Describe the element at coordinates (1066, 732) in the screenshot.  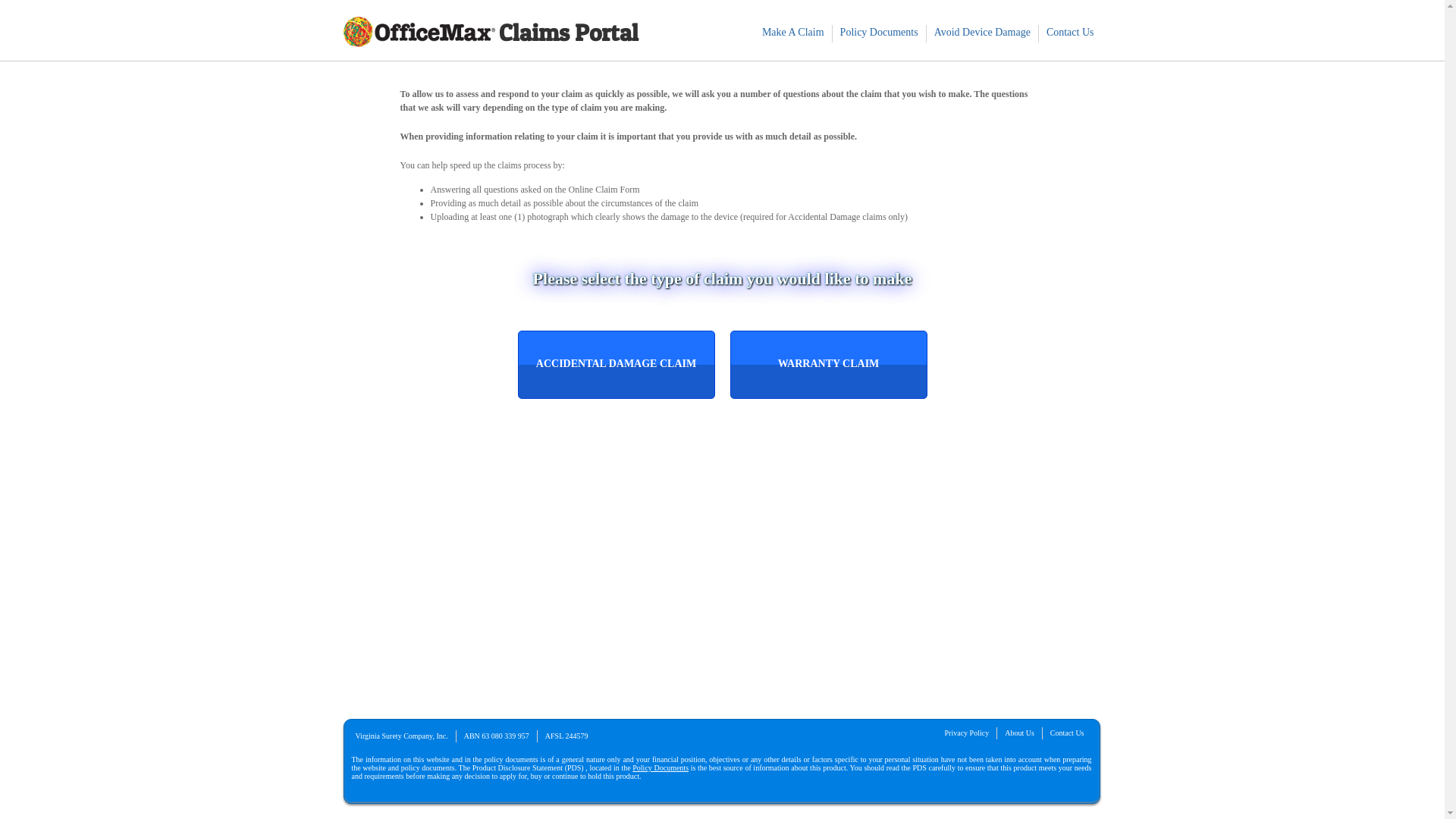
I see `'Contact Us'` at that location.